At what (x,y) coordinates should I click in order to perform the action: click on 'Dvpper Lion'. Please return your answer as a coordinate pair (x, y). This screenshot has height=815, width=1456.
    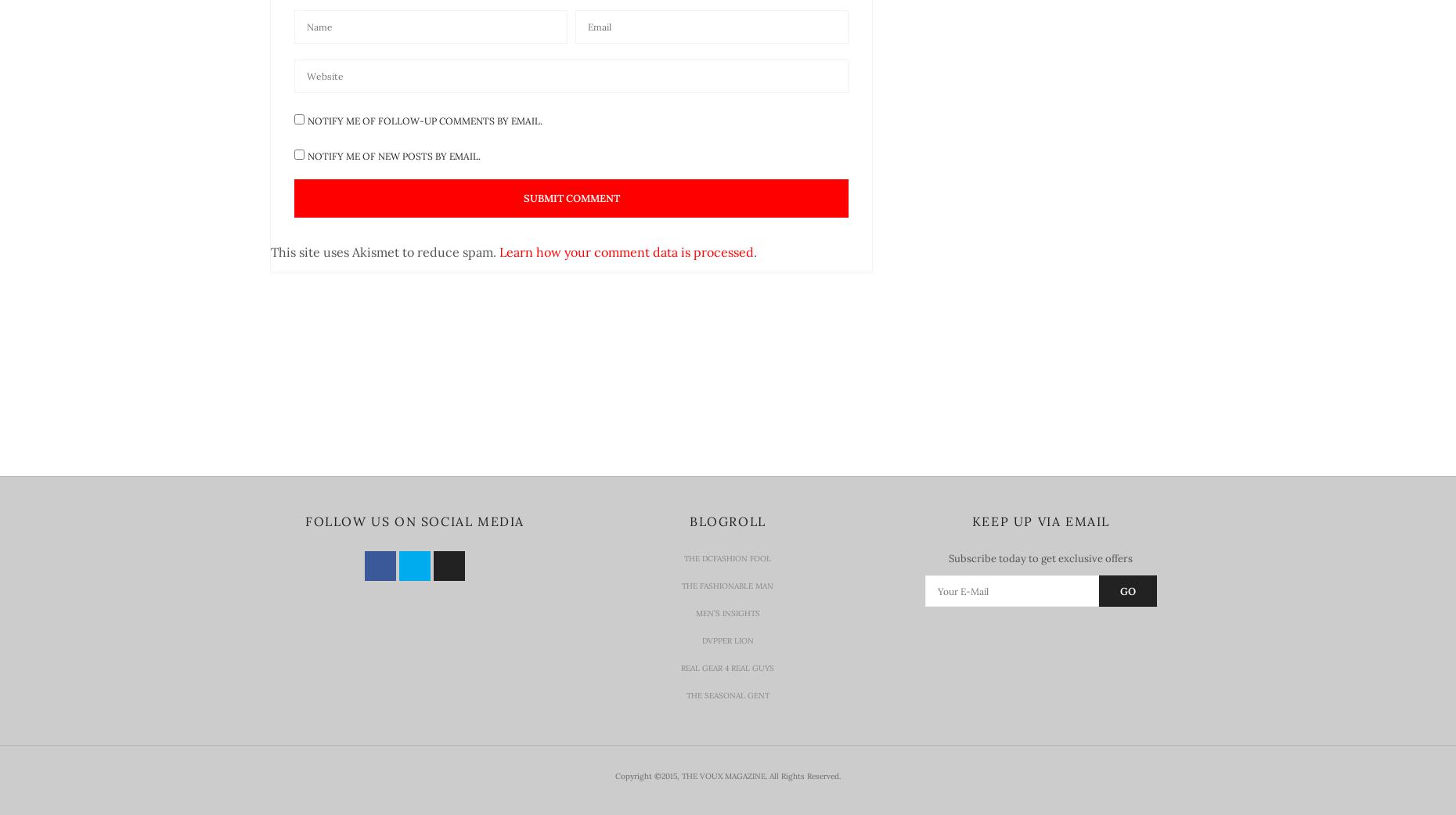
    Looking at the image, I should click on (727, 640).